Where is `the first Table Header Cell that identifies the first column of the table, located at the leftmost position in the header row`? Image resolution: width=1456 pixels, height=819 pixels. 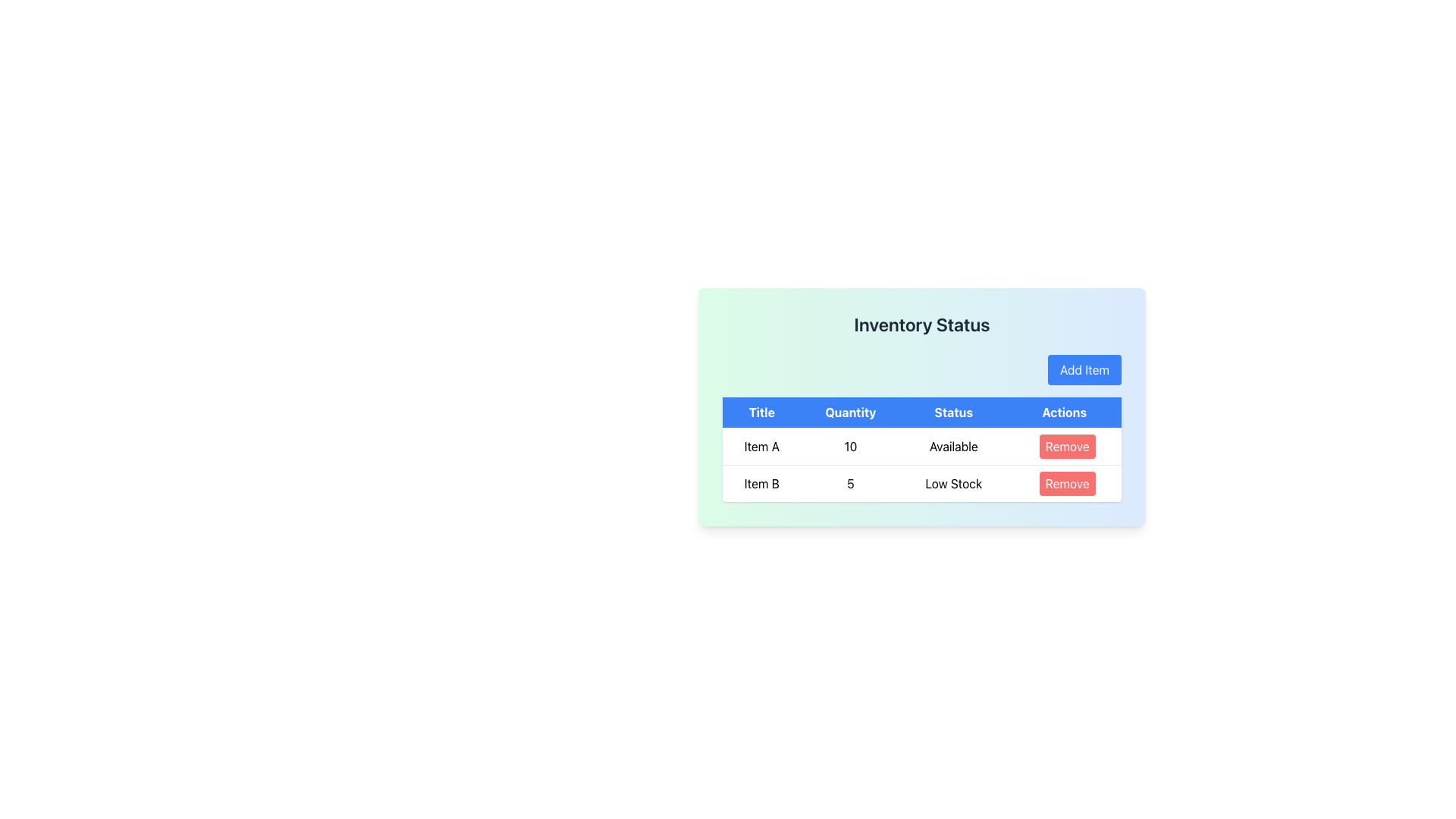
the first Table Header Cell that identifies the first column of the table, located at the leftmost position in the header row is located at coordinates (761, 413).